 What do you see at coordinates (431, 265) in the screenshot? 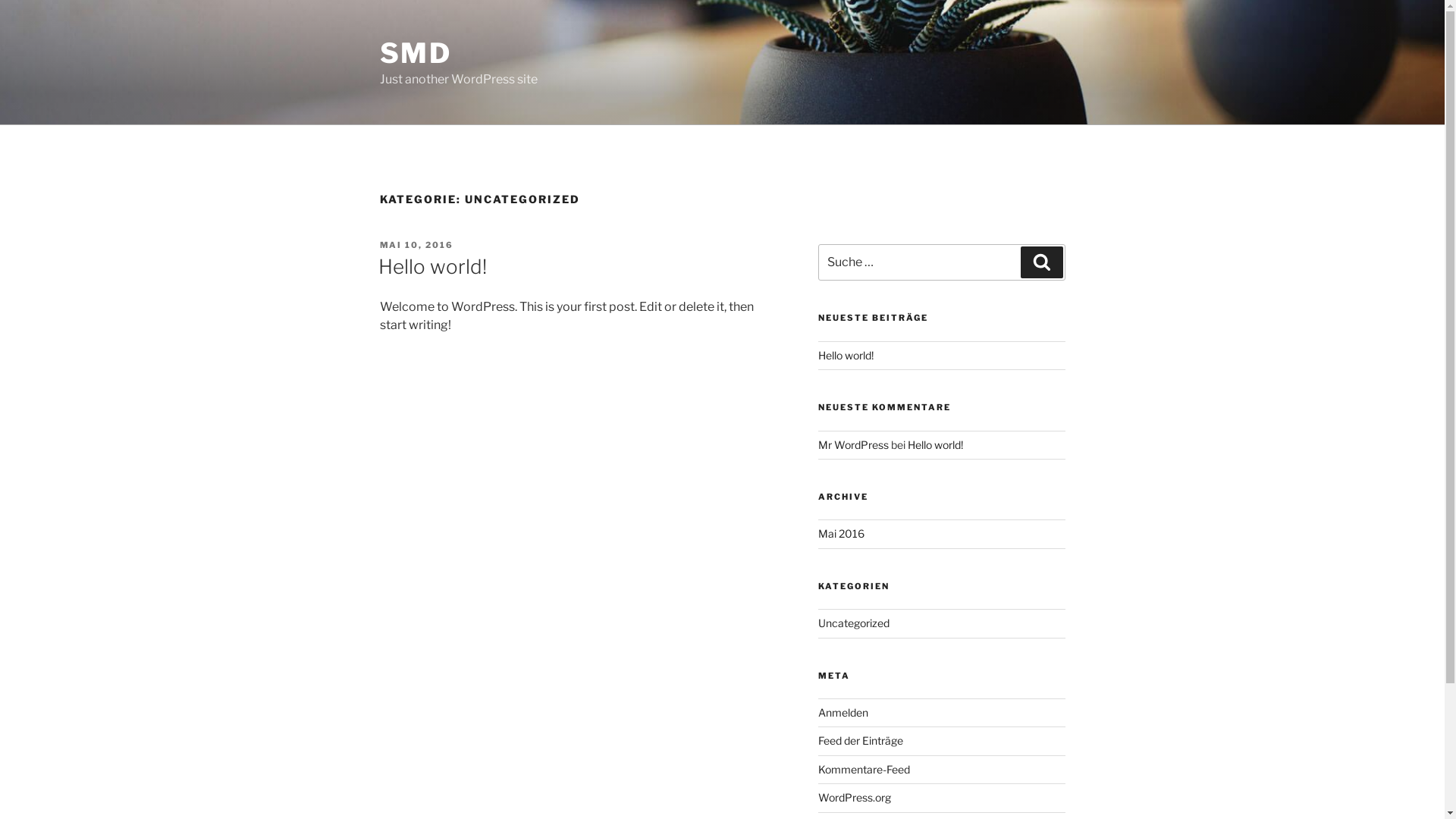
I see `'Hello world!'` at bounding box center [431, 265].